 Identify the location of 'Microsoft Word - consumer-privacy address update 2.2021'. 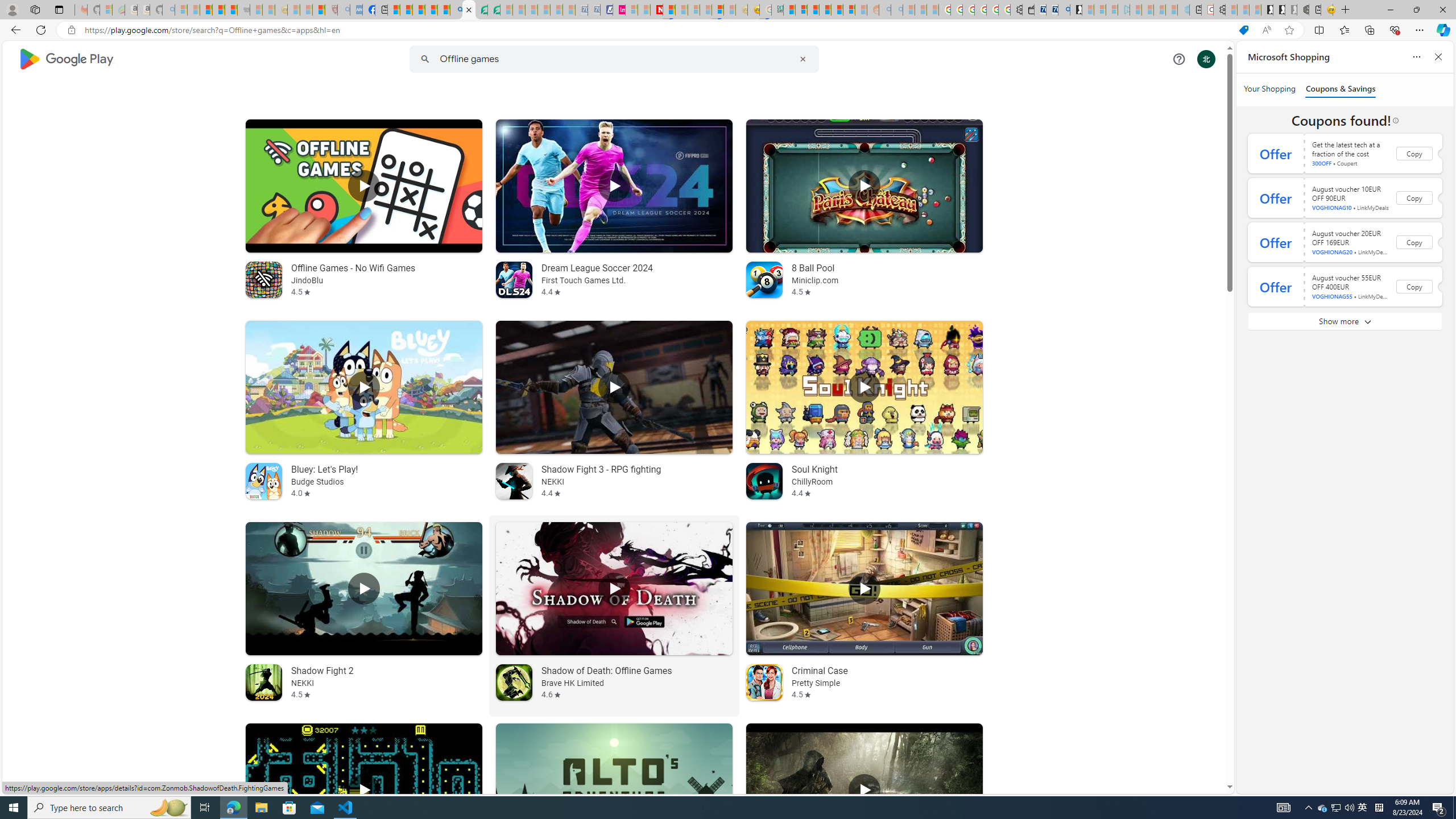
(494, 9).